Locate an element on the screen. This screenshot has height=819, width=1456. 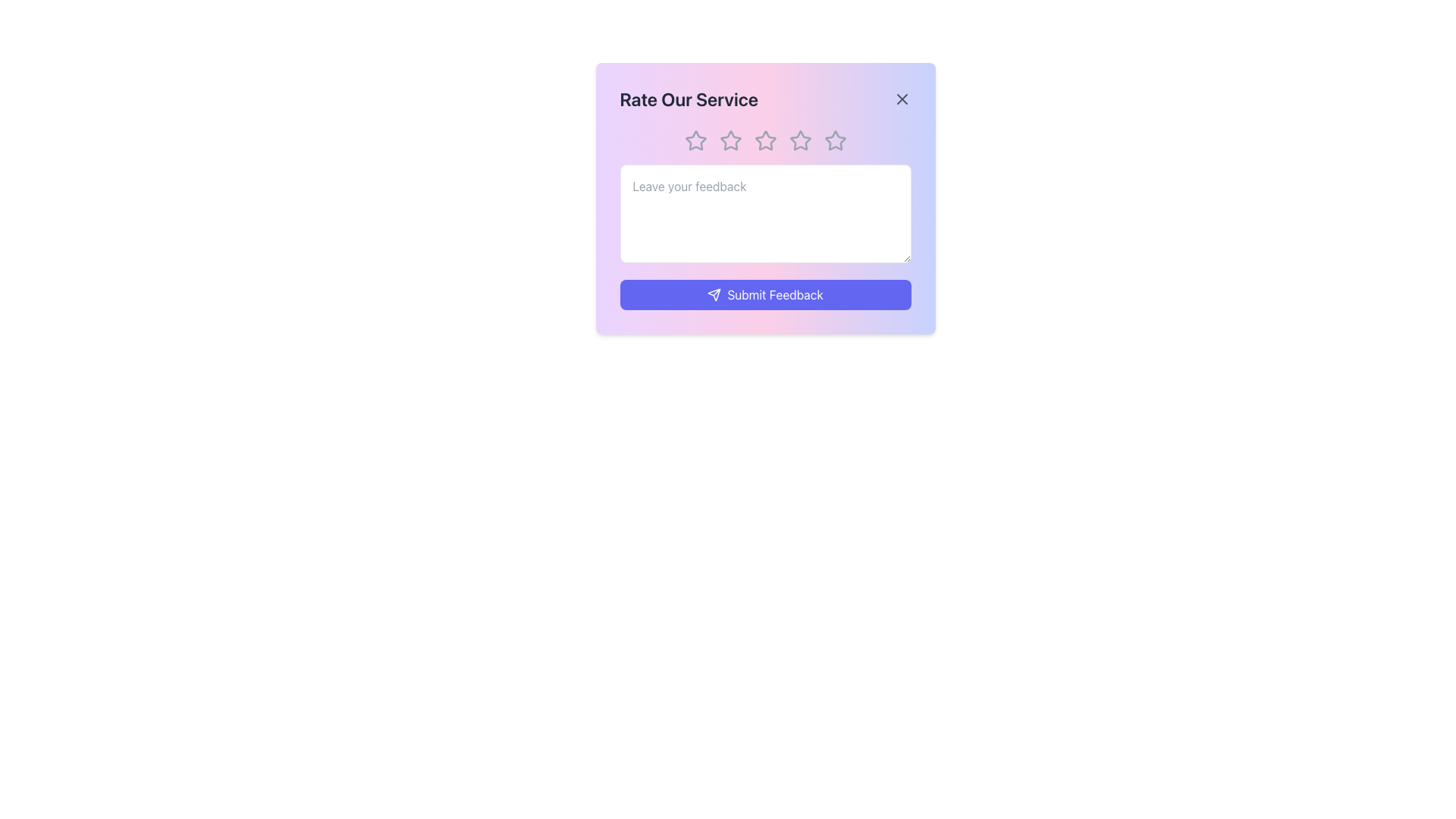
the small square button with an 'X' icon located at the top-right corner of the 'Rate Our Service' feedback form is located at coordinates (902, 99).